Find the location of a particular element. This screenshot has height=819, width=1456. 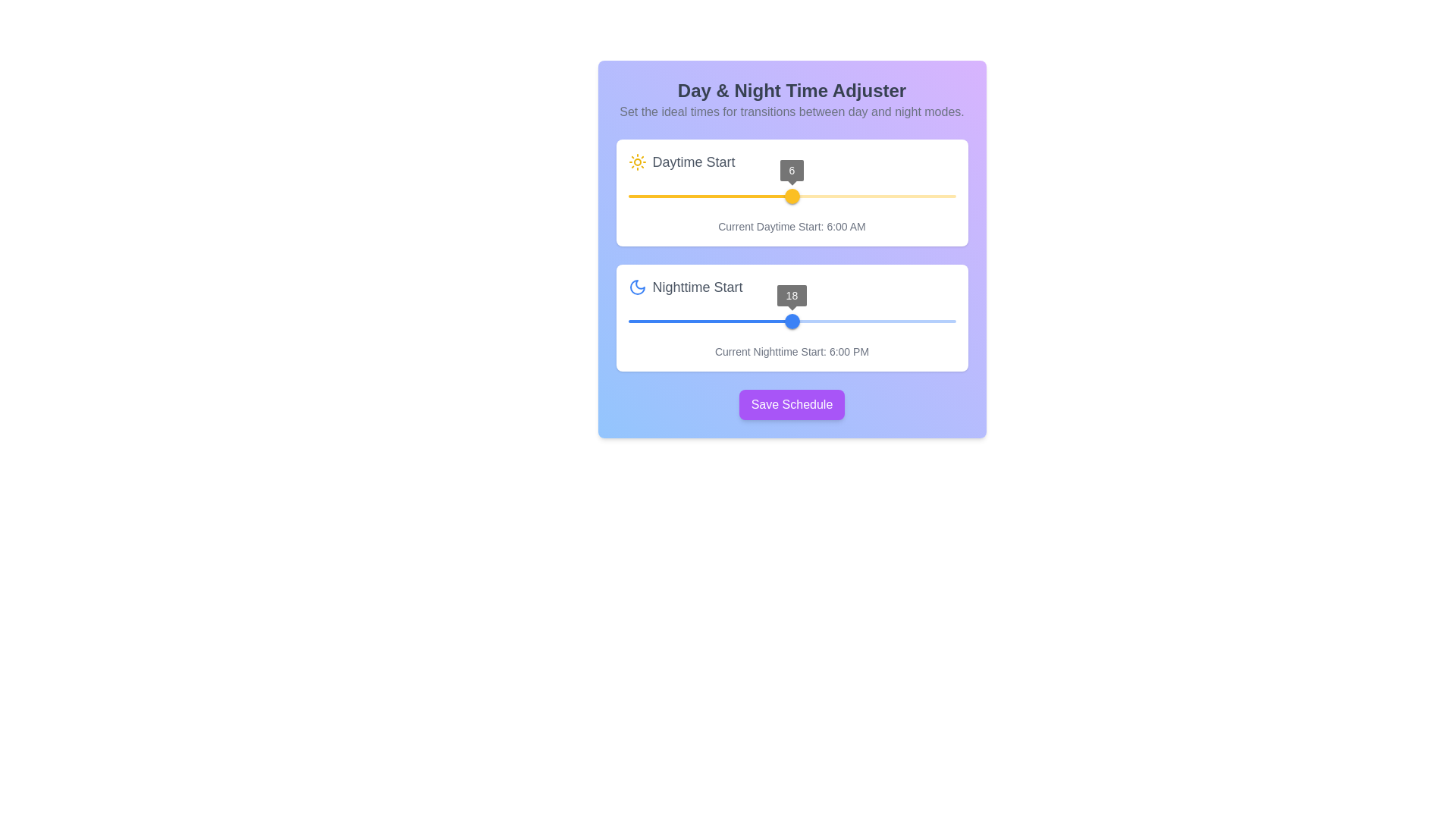

the Daytime Start slider is located at coordinates (793, 195).